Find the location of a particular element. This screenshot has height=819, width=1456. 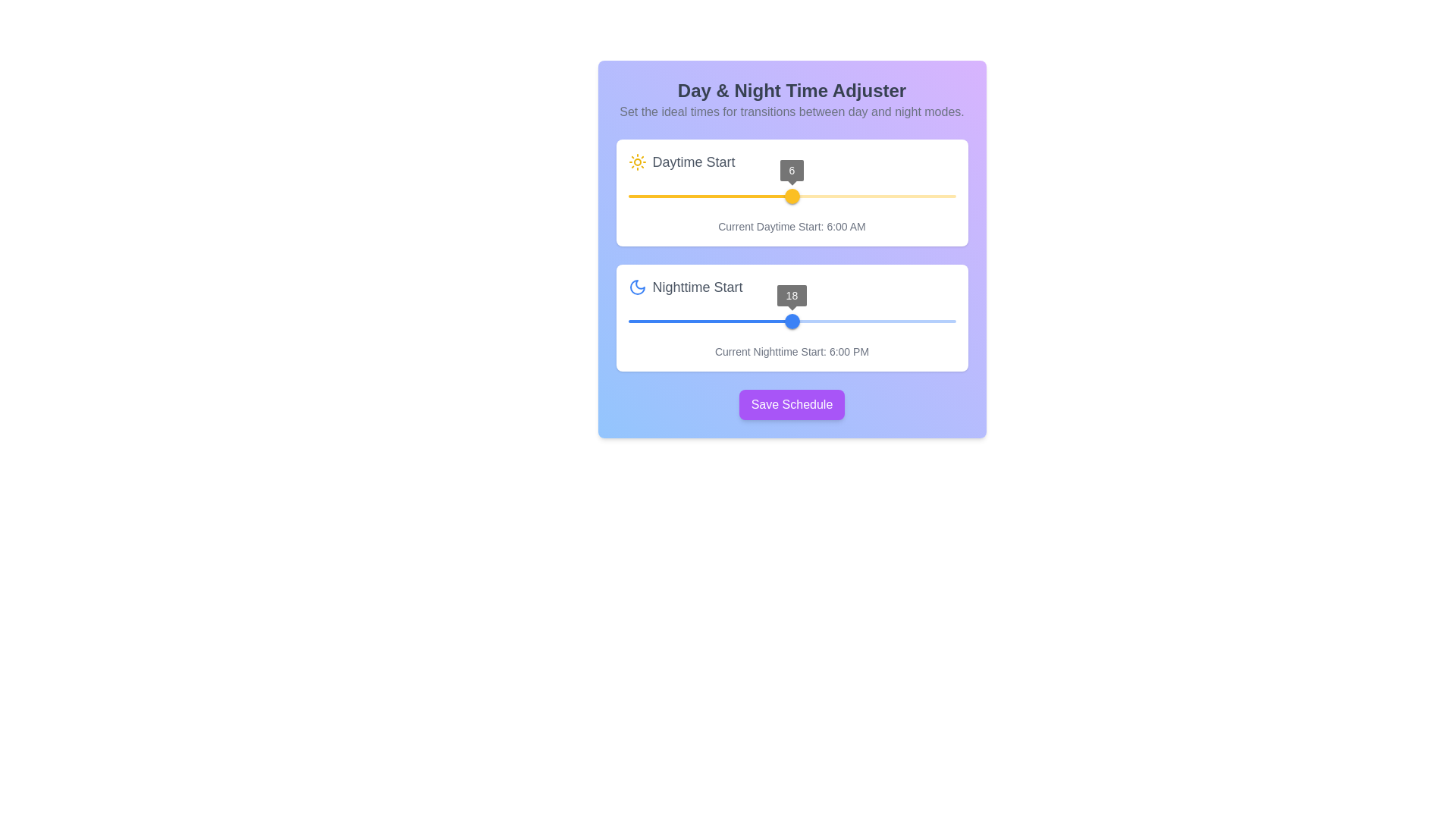

the Daytime Start slider is located at coordinates (793, 195).